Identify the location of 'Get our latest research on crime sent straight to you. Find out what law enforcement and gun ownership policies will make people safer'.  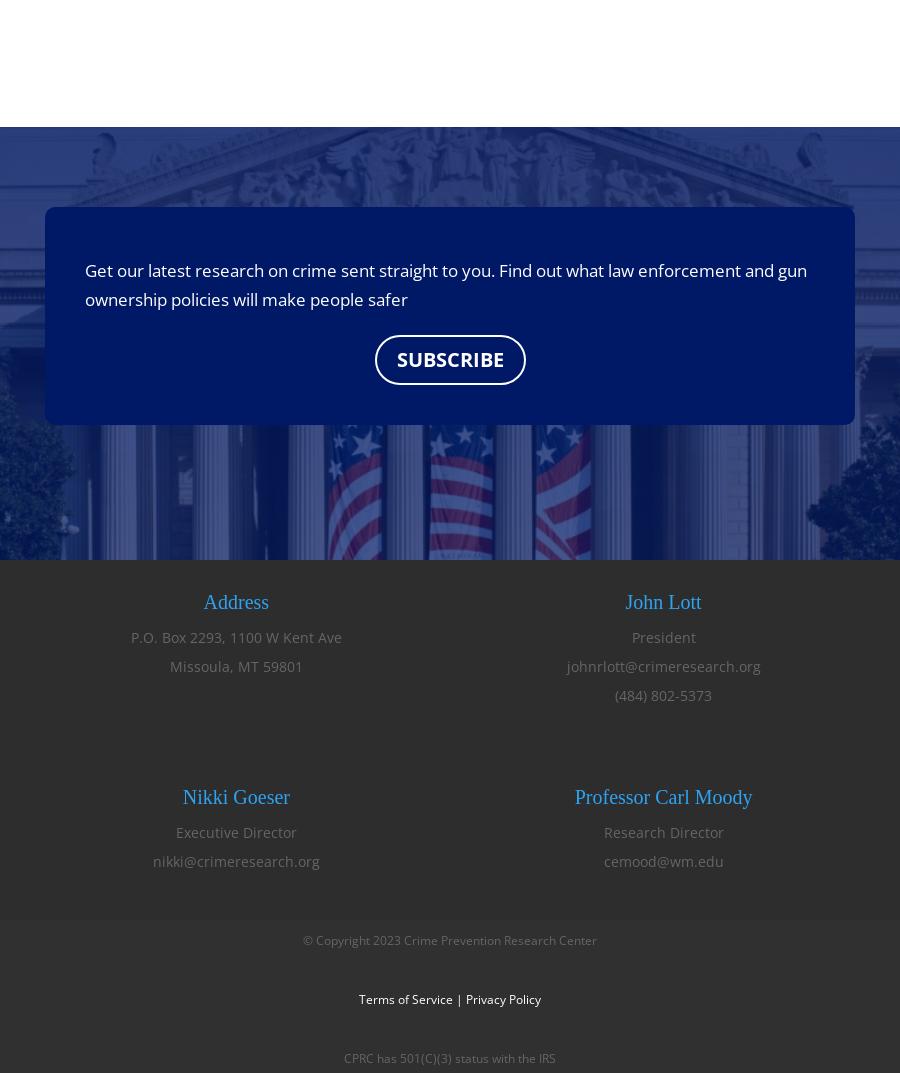
(83, 283).